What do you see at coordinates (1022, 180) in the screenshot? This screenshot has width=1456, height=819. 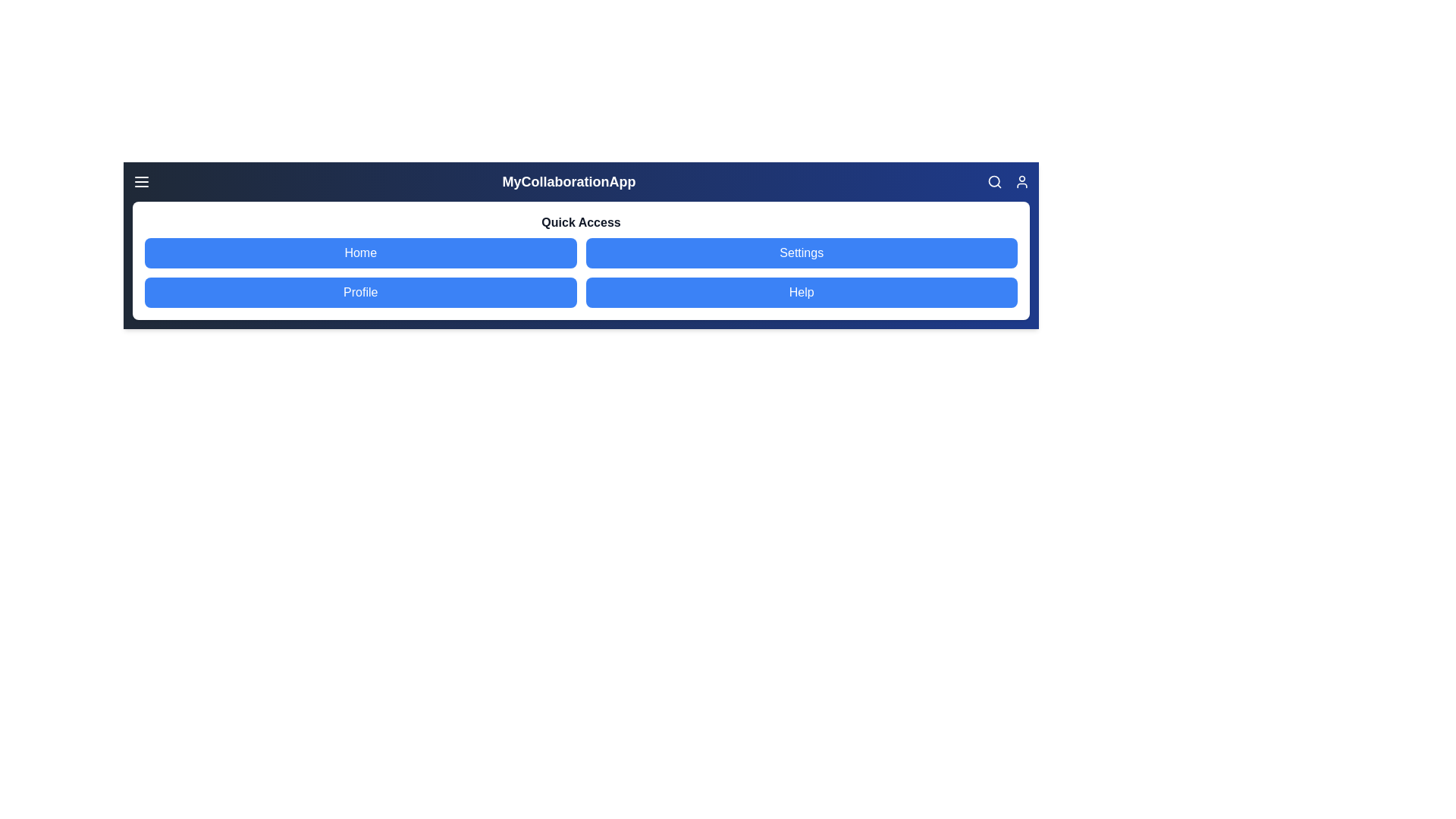 I see `the user profile icon to open the user profile options` at bounding box center [1022, 180].